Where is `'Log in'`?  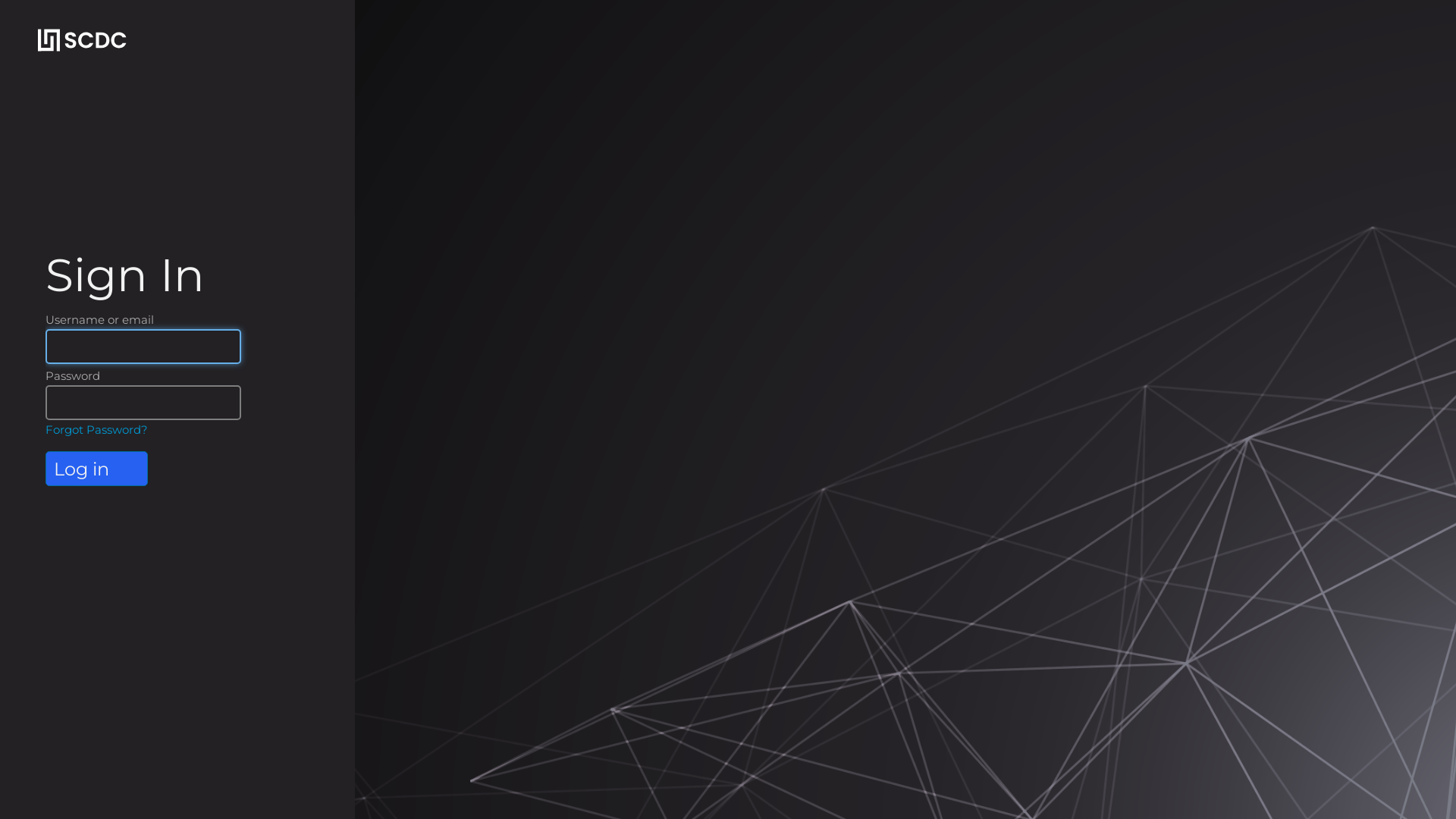
'Log in' is located at coordinates (96, 467).